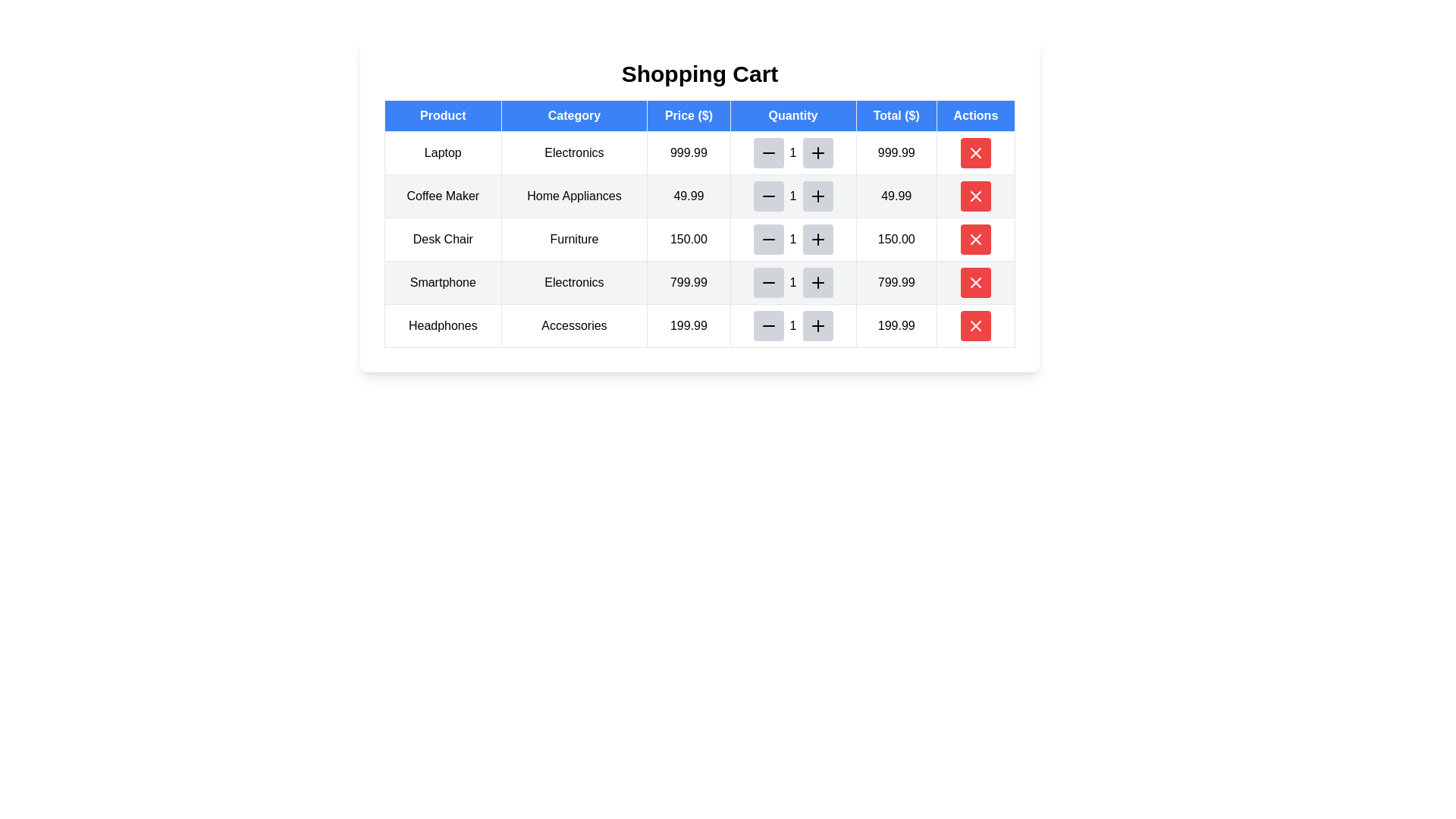  What do you see at coordinates (573, 325) in the screenshot?
I see `the 'Accessories' text label, which is the second item in the 'Category' column of the table, located in the fifth row corresponding to the product 'Headphones'` at bounding box center [573, 325].